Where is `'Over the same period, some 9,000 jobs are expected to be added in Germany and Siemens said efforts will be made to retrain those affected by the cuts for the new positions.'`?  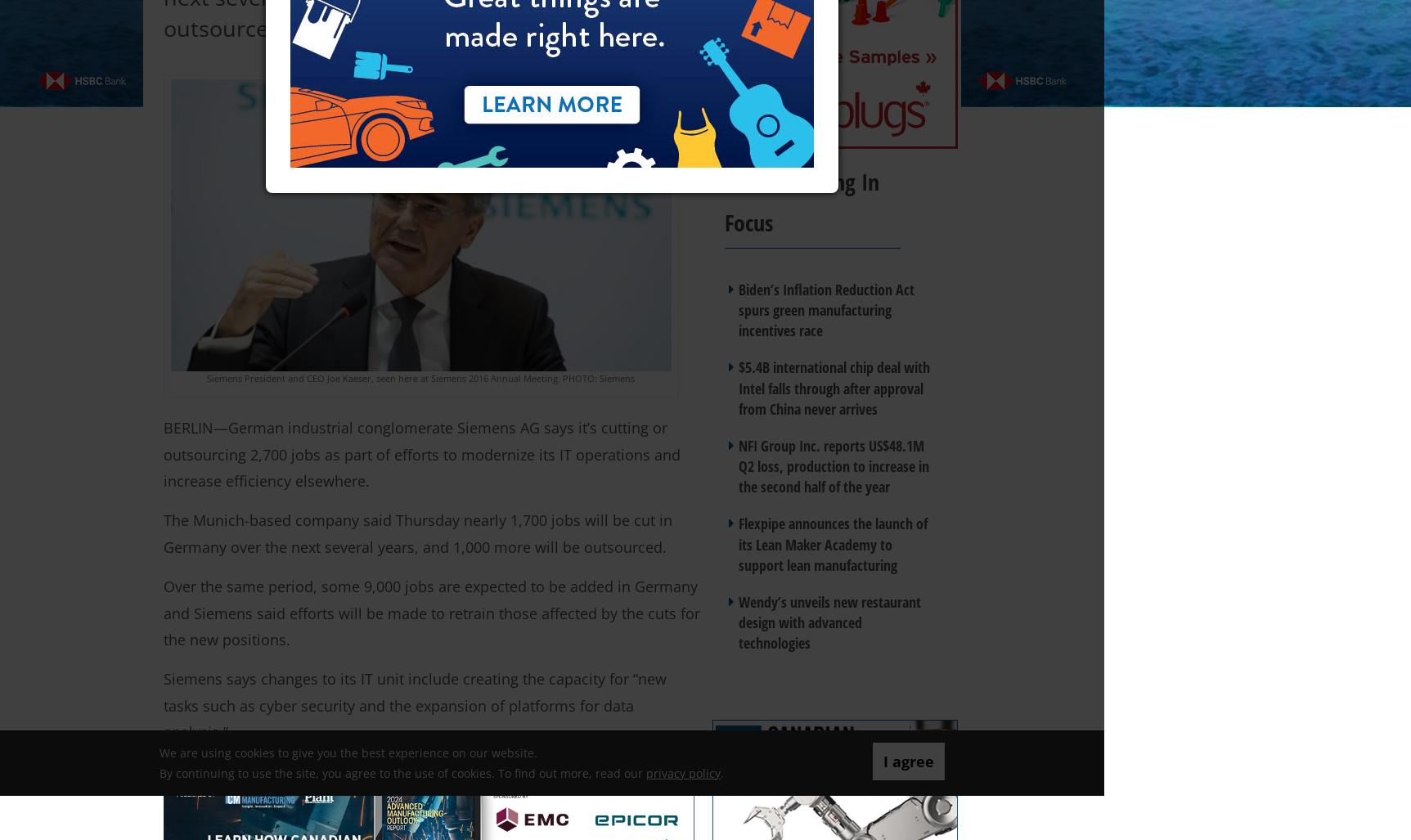 'Over the same period, some 9,000 jobs are expected to be added in Germany and Siemens said efforts will be made to retrain those affected by the cuts for the new positions.' is located at coordinates (432, 611).